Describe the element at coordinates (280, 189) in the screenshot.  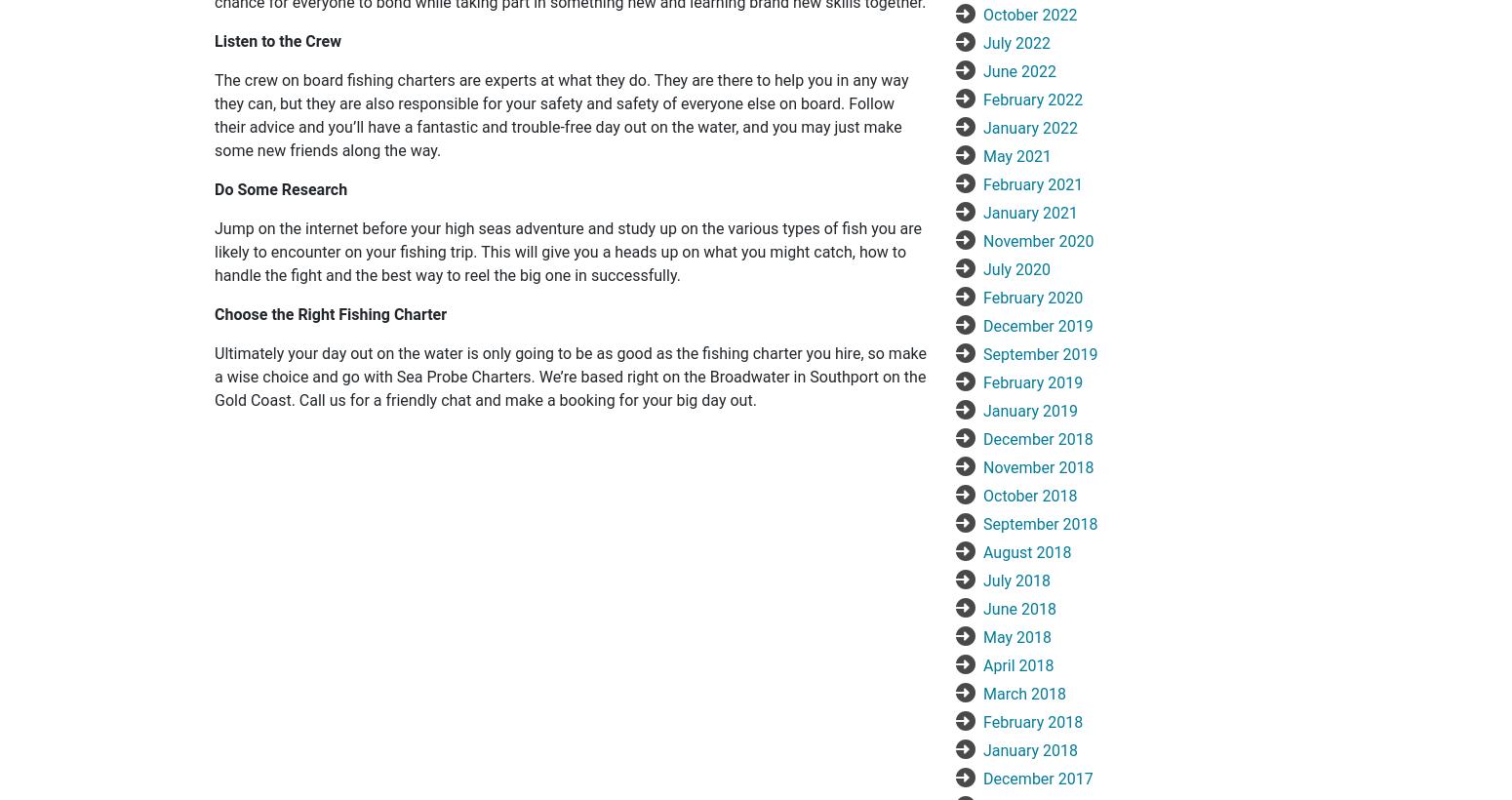
I see `'Do Some Research'` at that location.